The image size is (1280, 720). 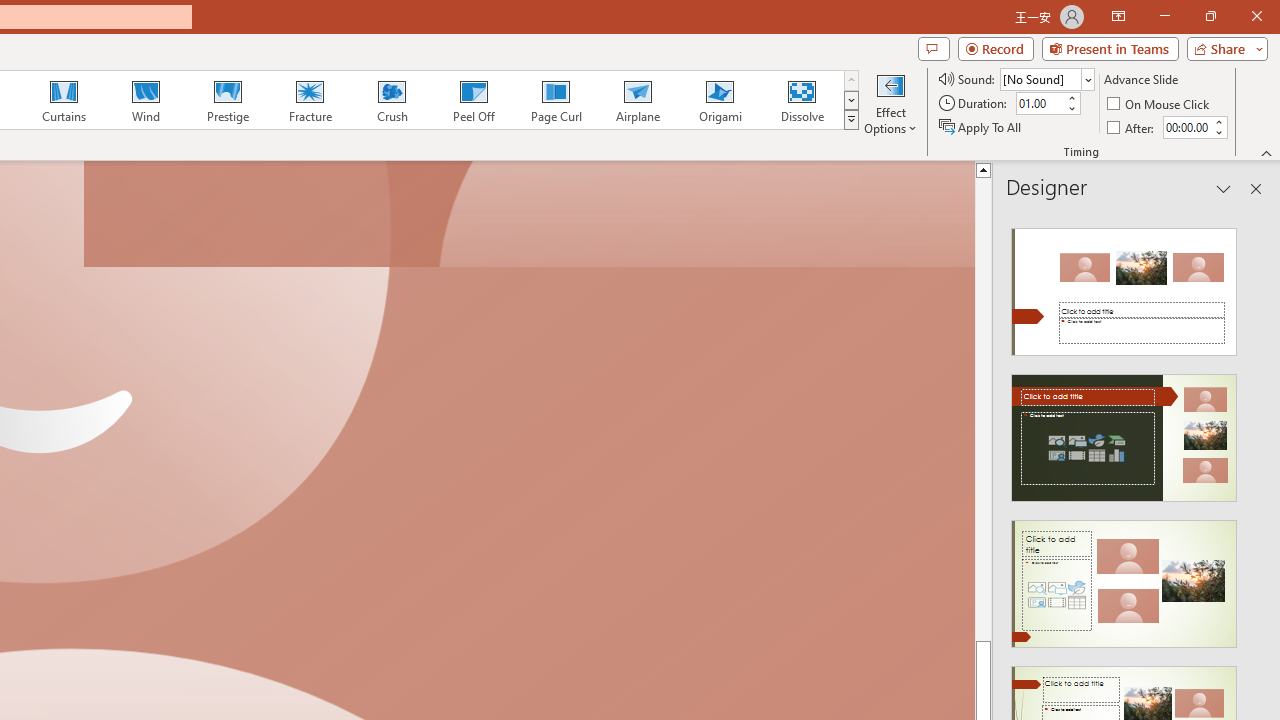 What do you see at coordinates (932, 47) in the screenshot?
I see `'Comments'` at bounding box center [932, 47].